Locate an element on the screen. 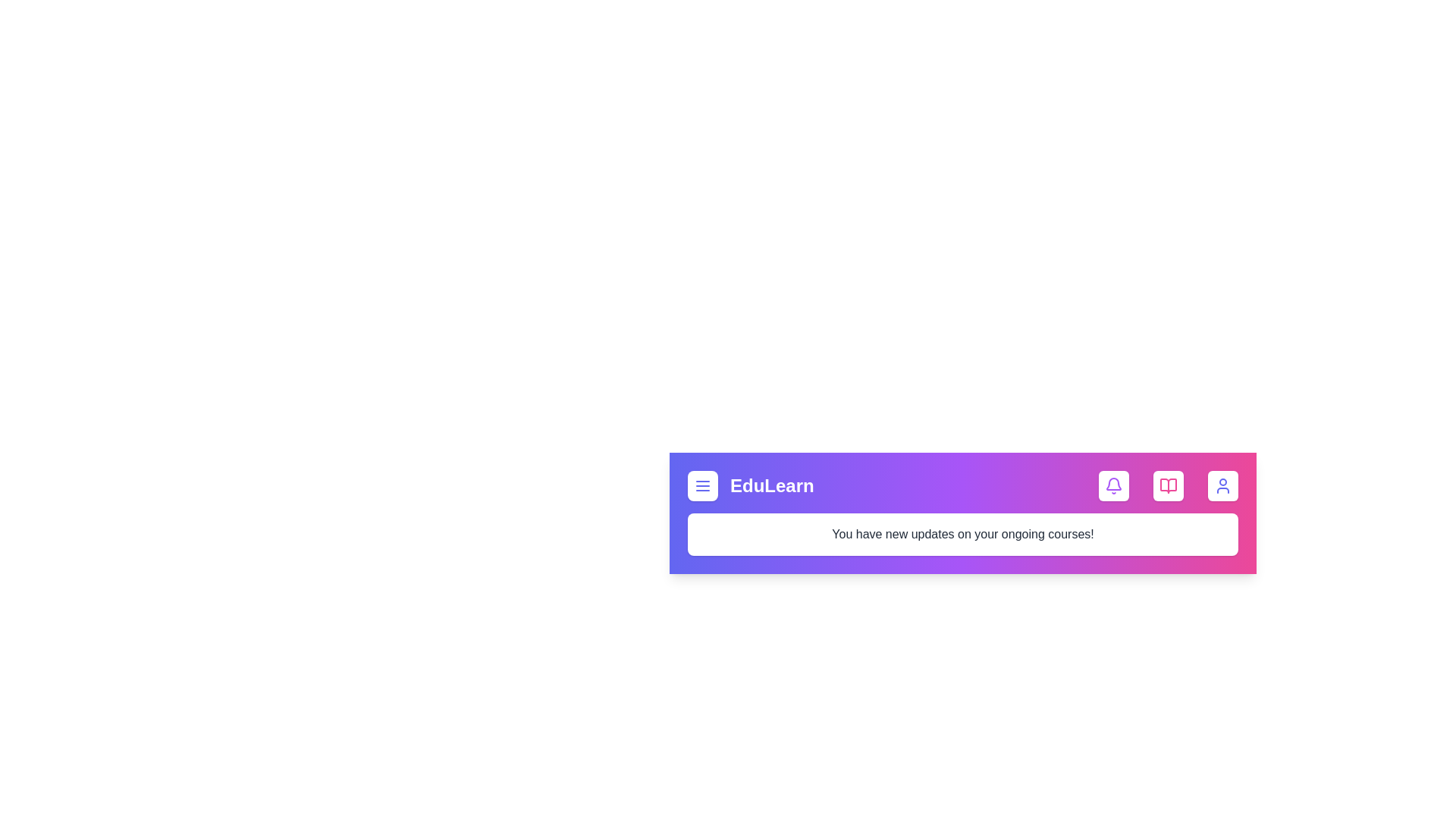  the icon labeled Courses to observe its hover effect is located at coordinates (1167, 485).